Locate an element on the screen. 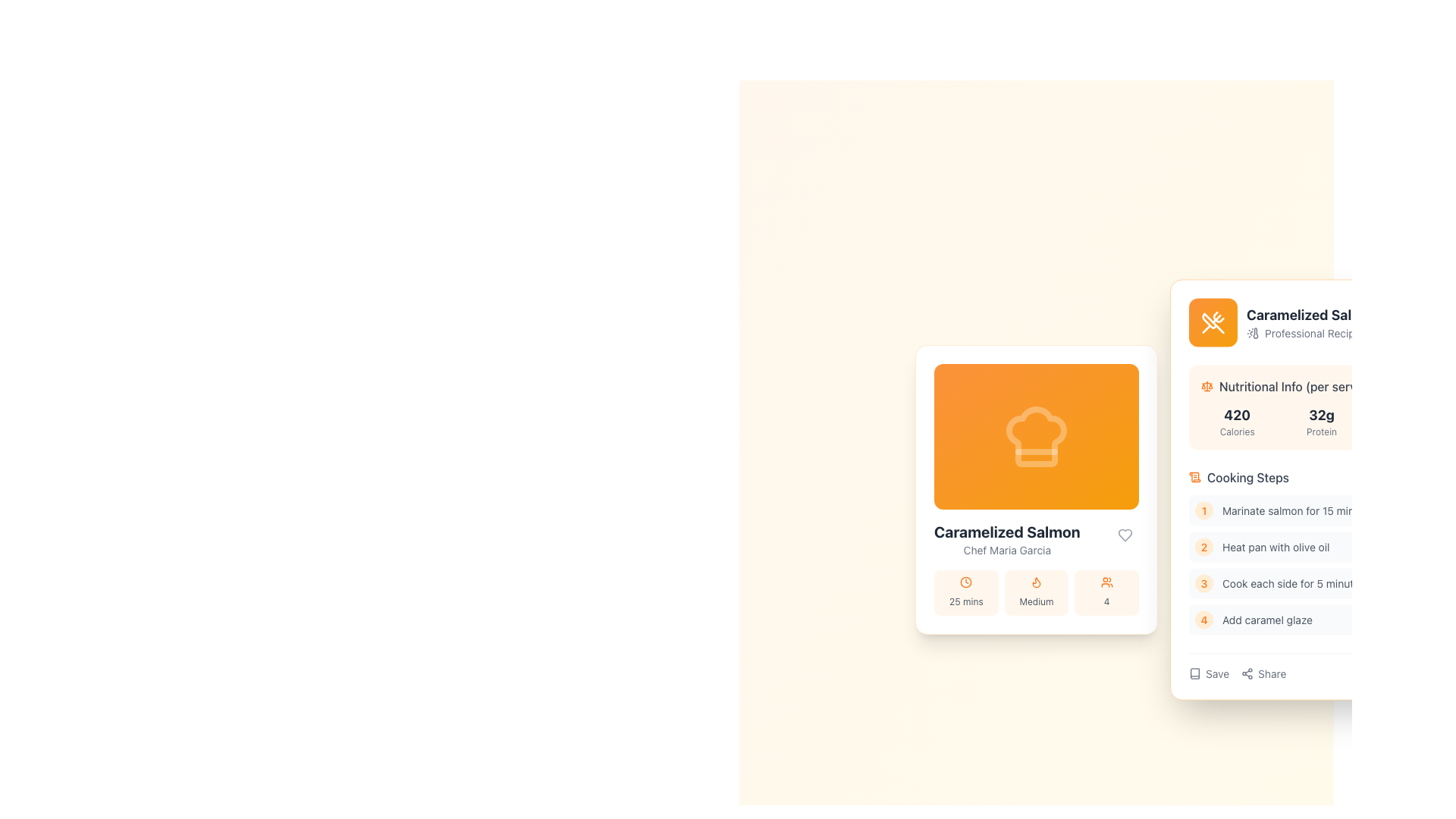 The height and width of the screenshot is (819, 1456). the 'Nutritional Information' text label with an icon that indicates per-serving data, located below the 'Caramelized Salmon' title and above the nutritional breakdown is located at coordinates (1320, 385).